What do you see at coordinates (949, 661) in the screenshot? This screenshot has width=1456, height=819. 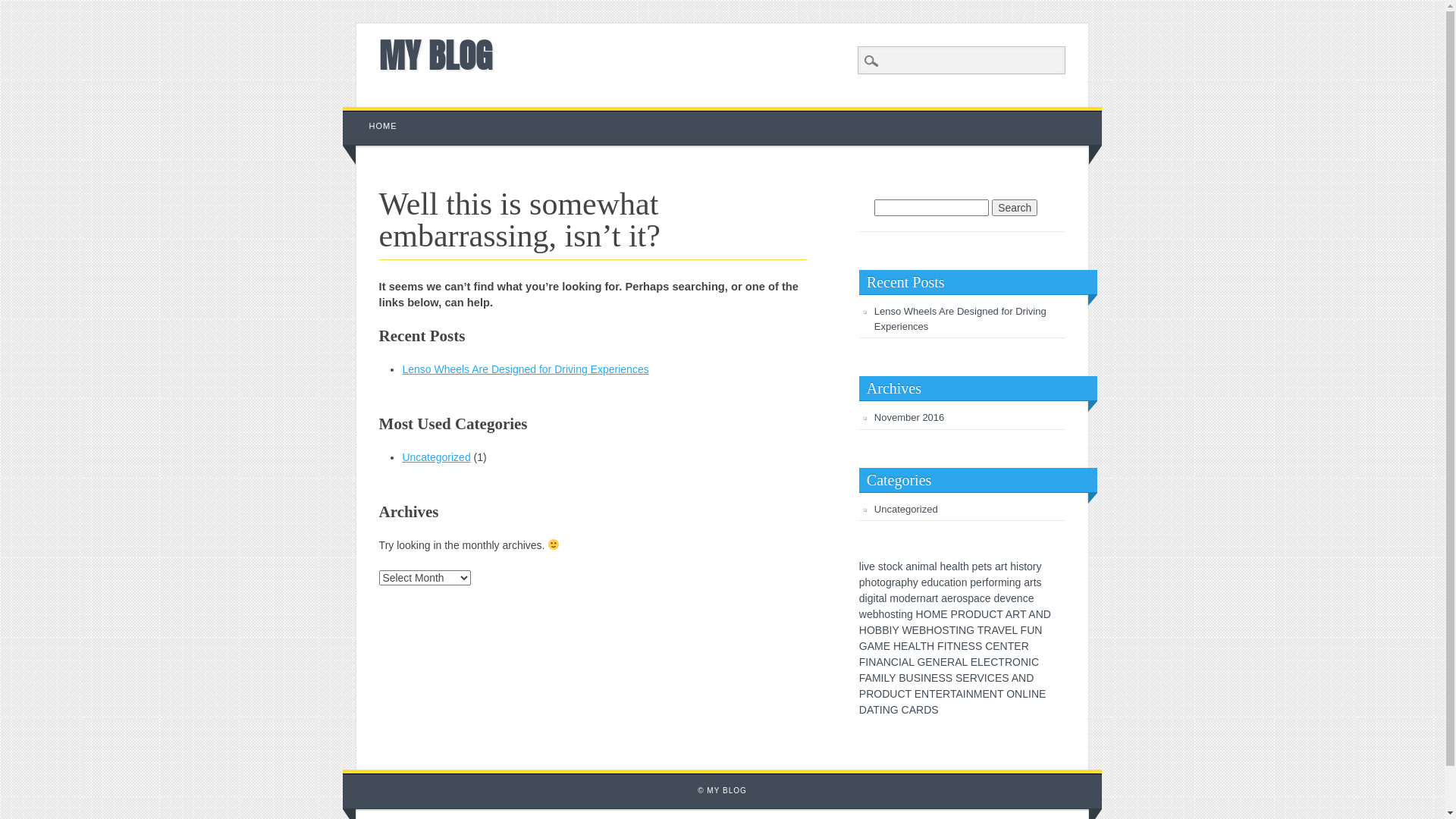 I see `'R'` at bounding box center [949, 661].